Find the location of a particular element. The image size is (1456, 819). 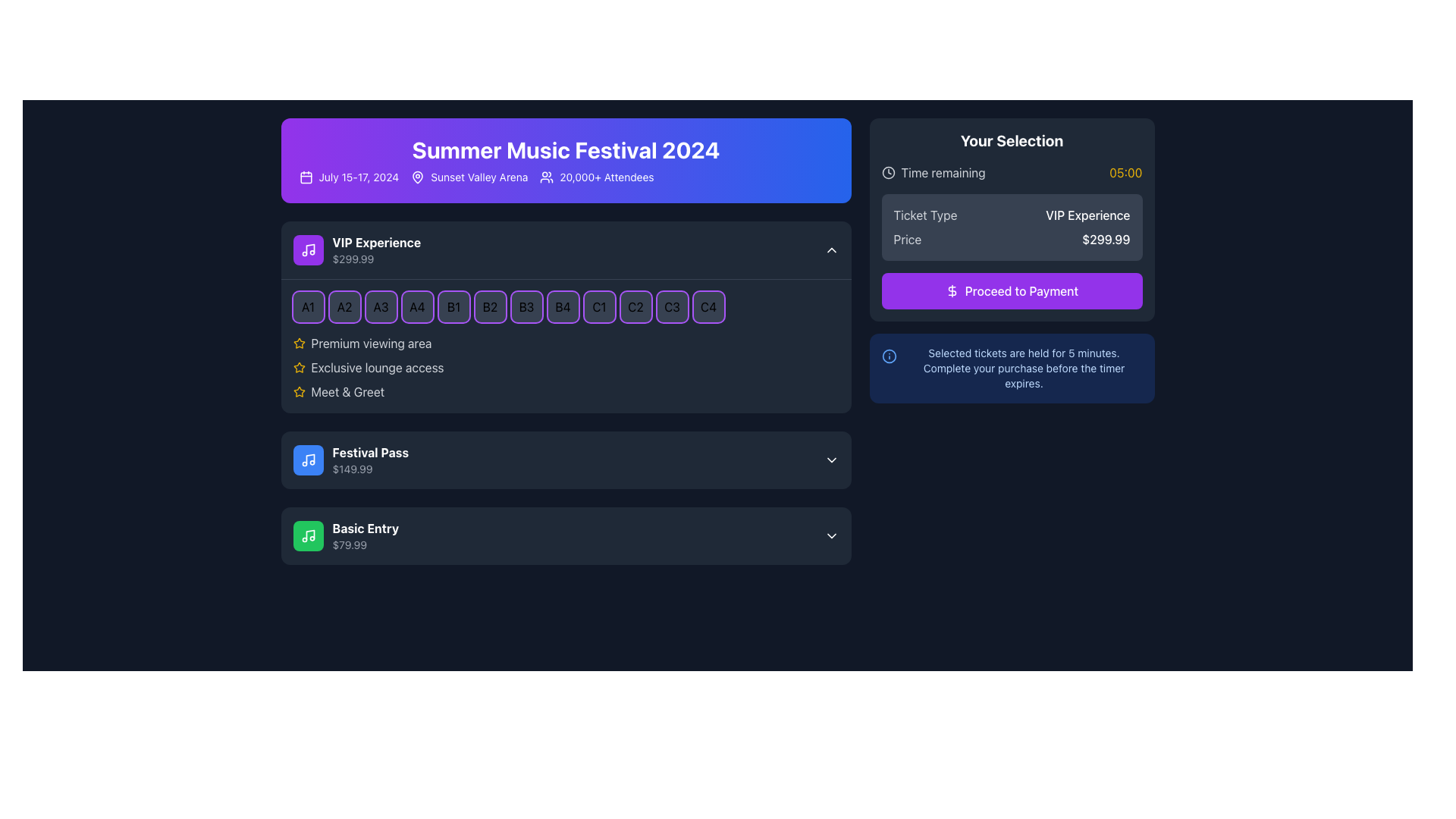

text label that says 'Exclusive lounge access', which is located in the 'VIP Experience' section, positioned between 'Premium viewing area' and 'Meet & Greet' is located at coordinates (378, 368).